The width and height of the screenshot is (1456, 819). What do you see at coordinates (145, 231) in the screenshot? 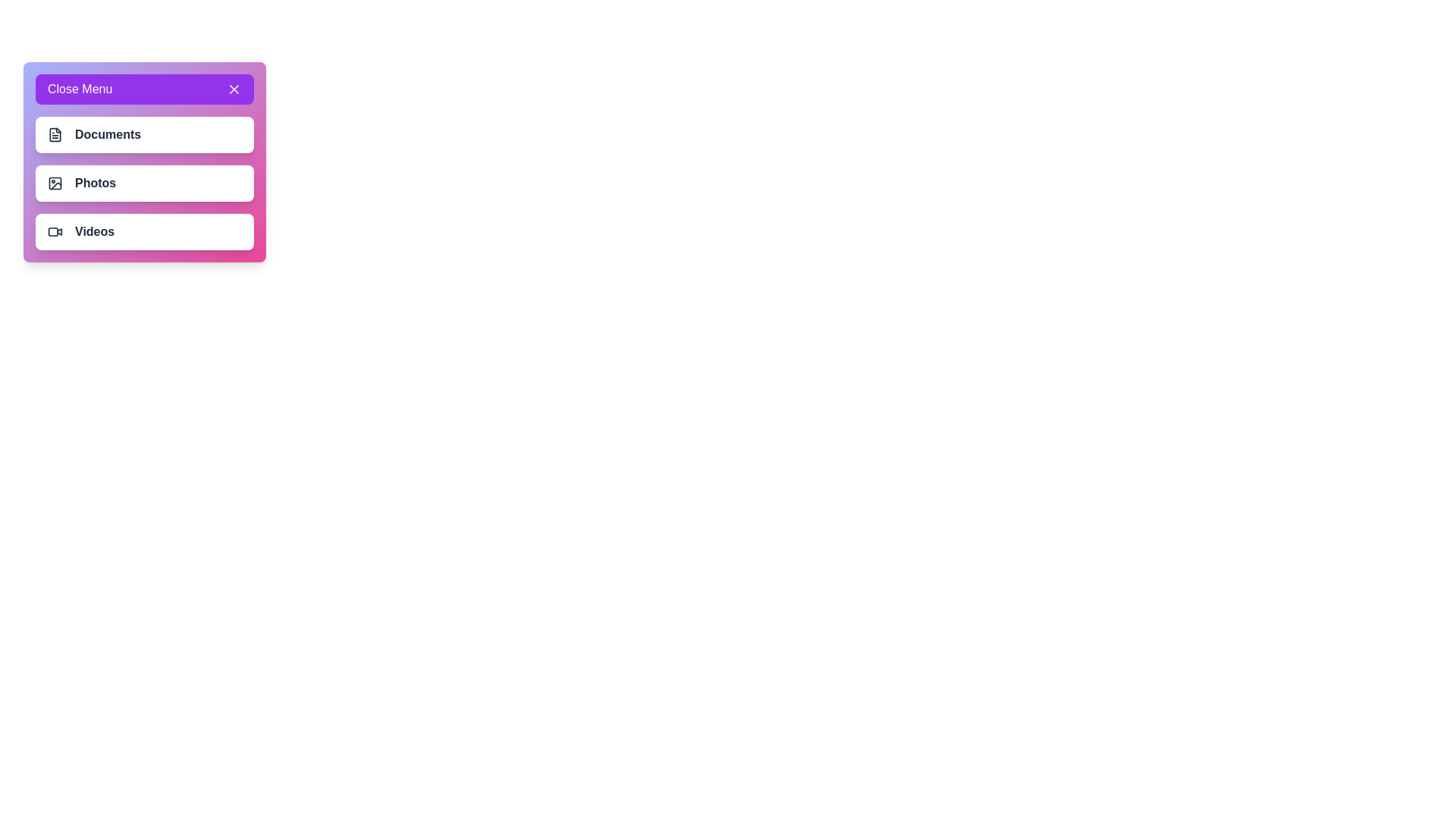
I see `the menu item Videos by clicking on it` at bounding box center [145, 231].